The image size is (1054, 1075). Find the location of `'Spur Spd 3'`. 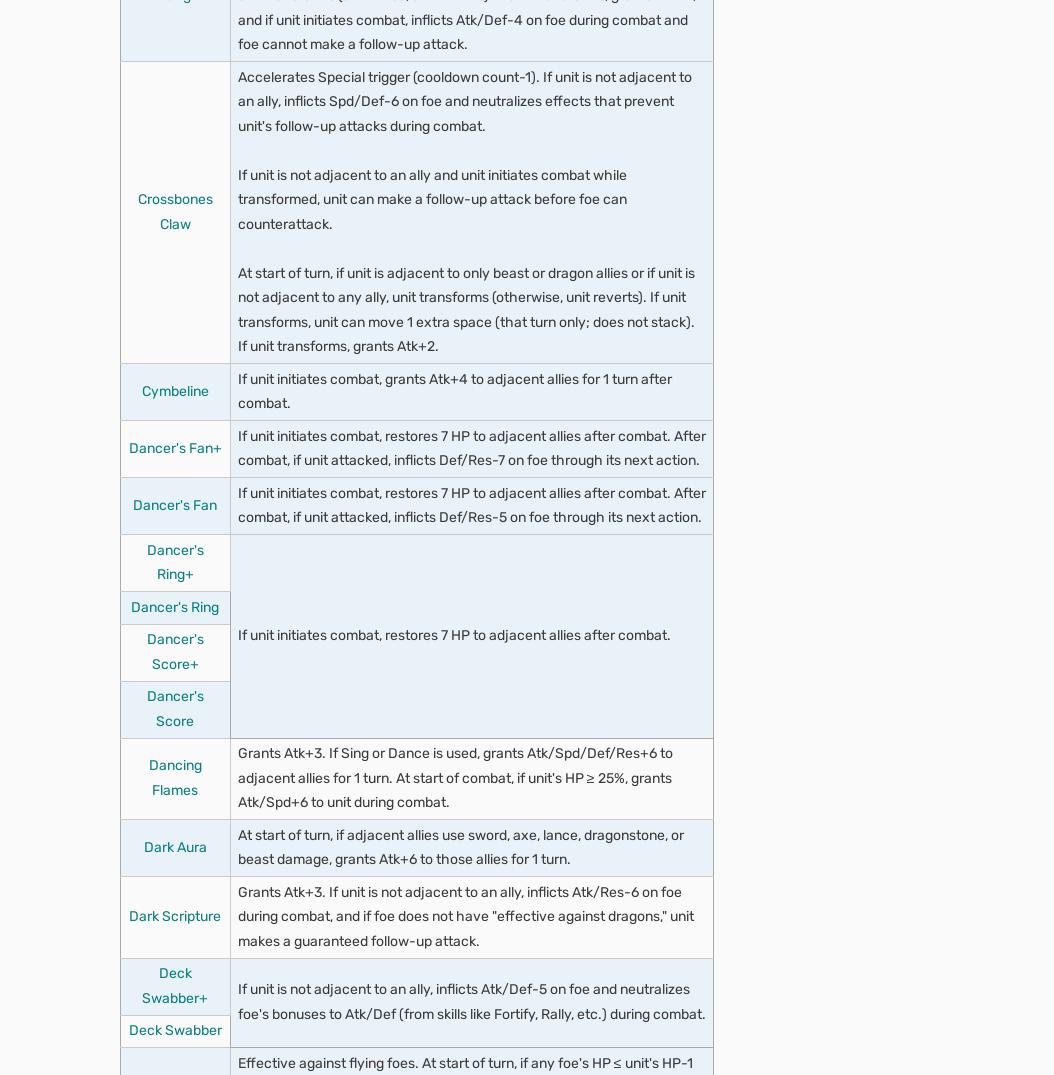

'Spur Spd 3' is located at coordinates (208, 626).